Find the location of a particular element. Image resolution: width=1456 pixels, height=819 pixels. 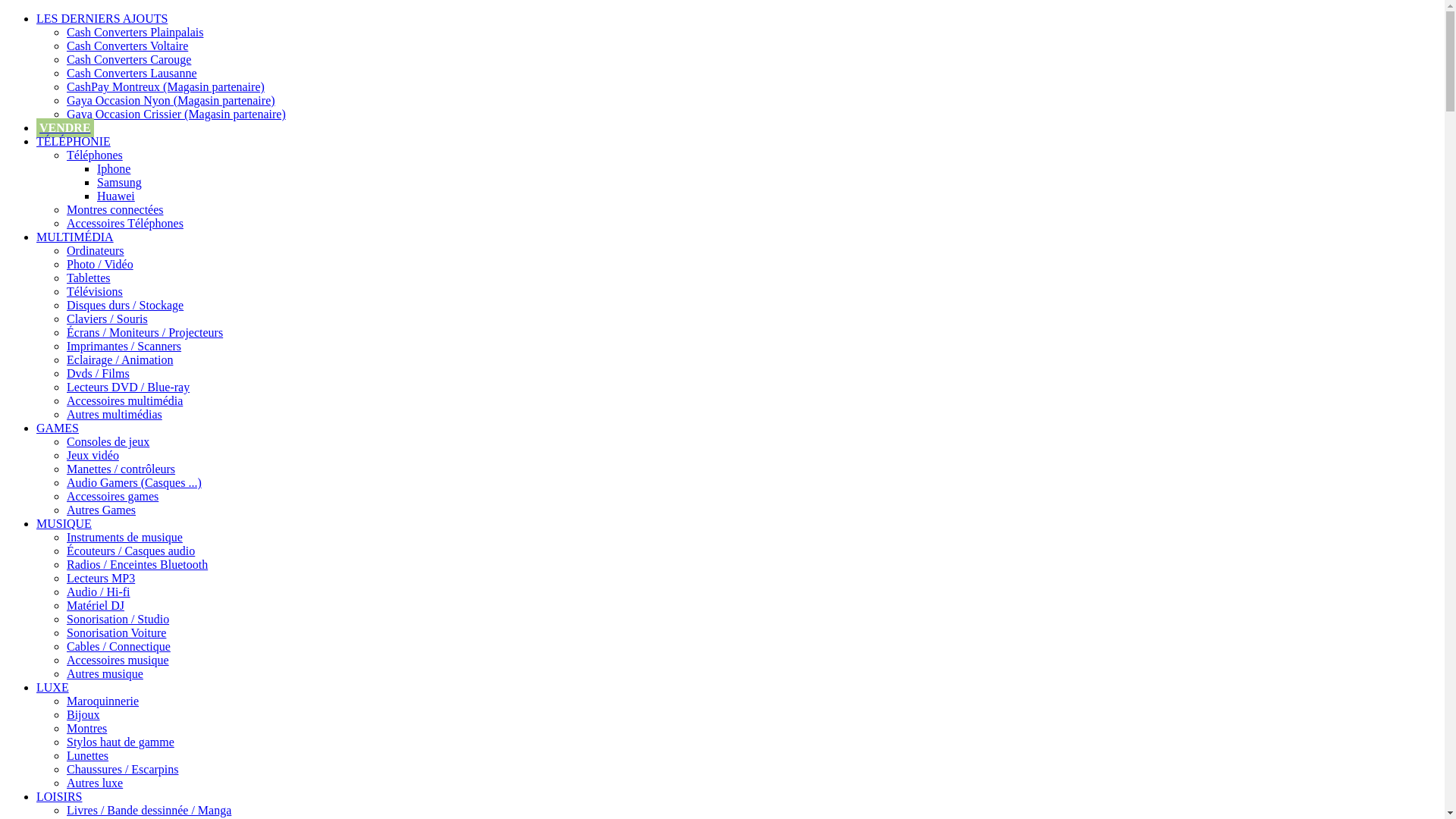

'Imprimantes / Scanners' is located at coordinates (65, 346).